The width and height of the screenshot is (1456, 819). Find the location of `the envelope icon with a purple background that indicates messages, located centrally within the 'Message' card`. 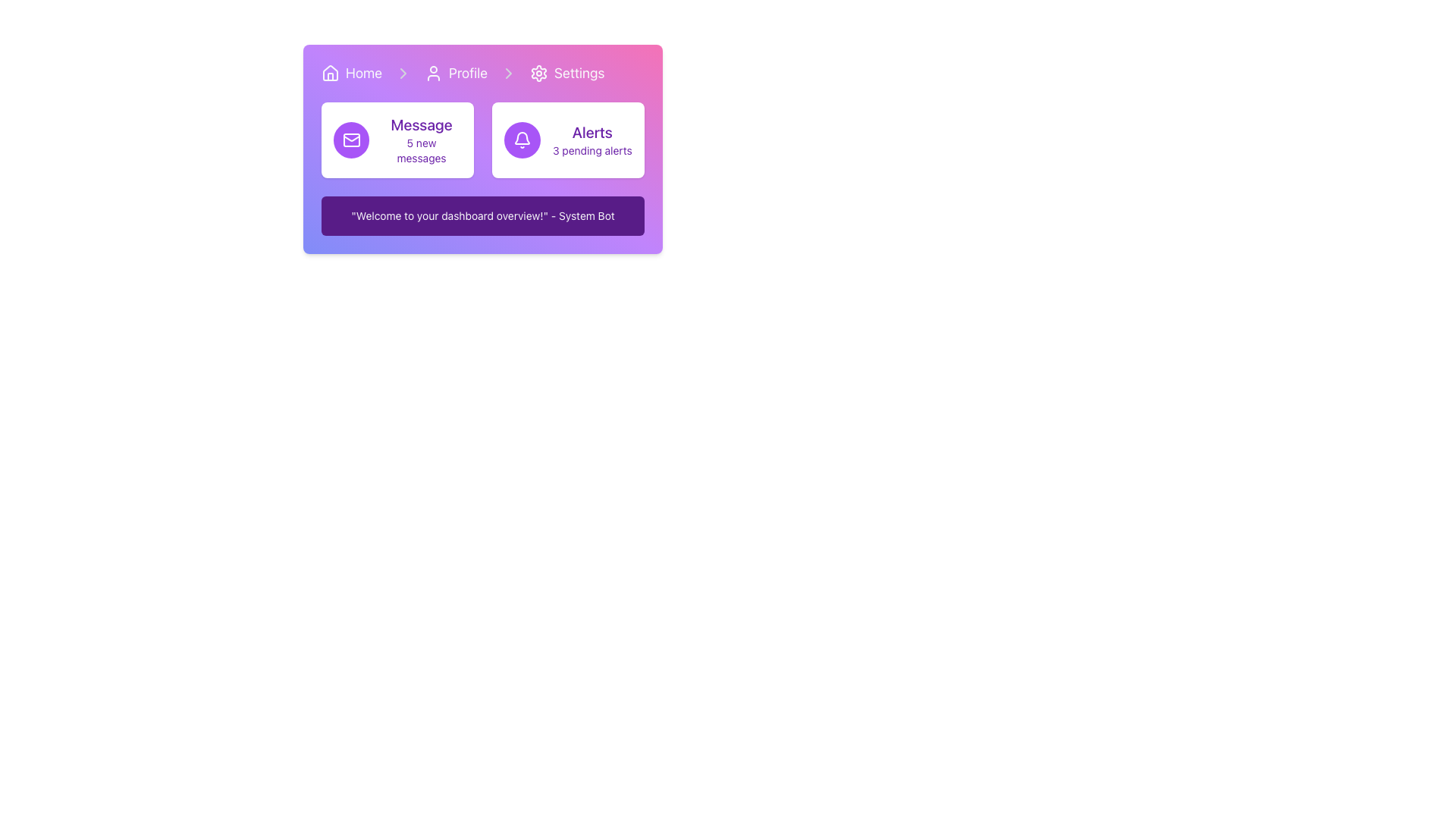

the envelope icon with a purple background that indicates messages, located centrally within the 'Message' card is located at coordinates (350, 140).